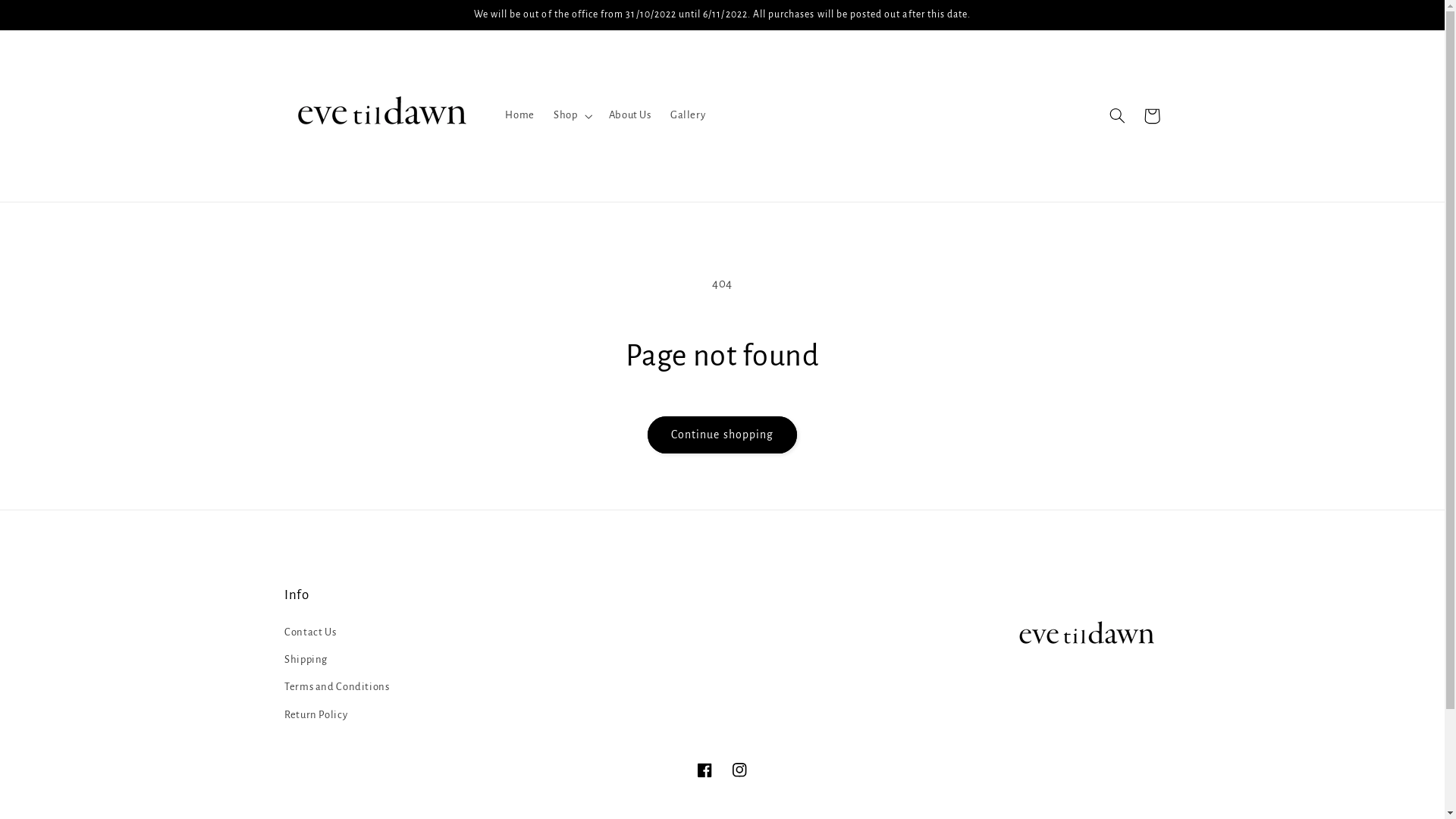  Describe the element at coordinates (495, 115) in the screenshot. I see `'Home'` at that location.